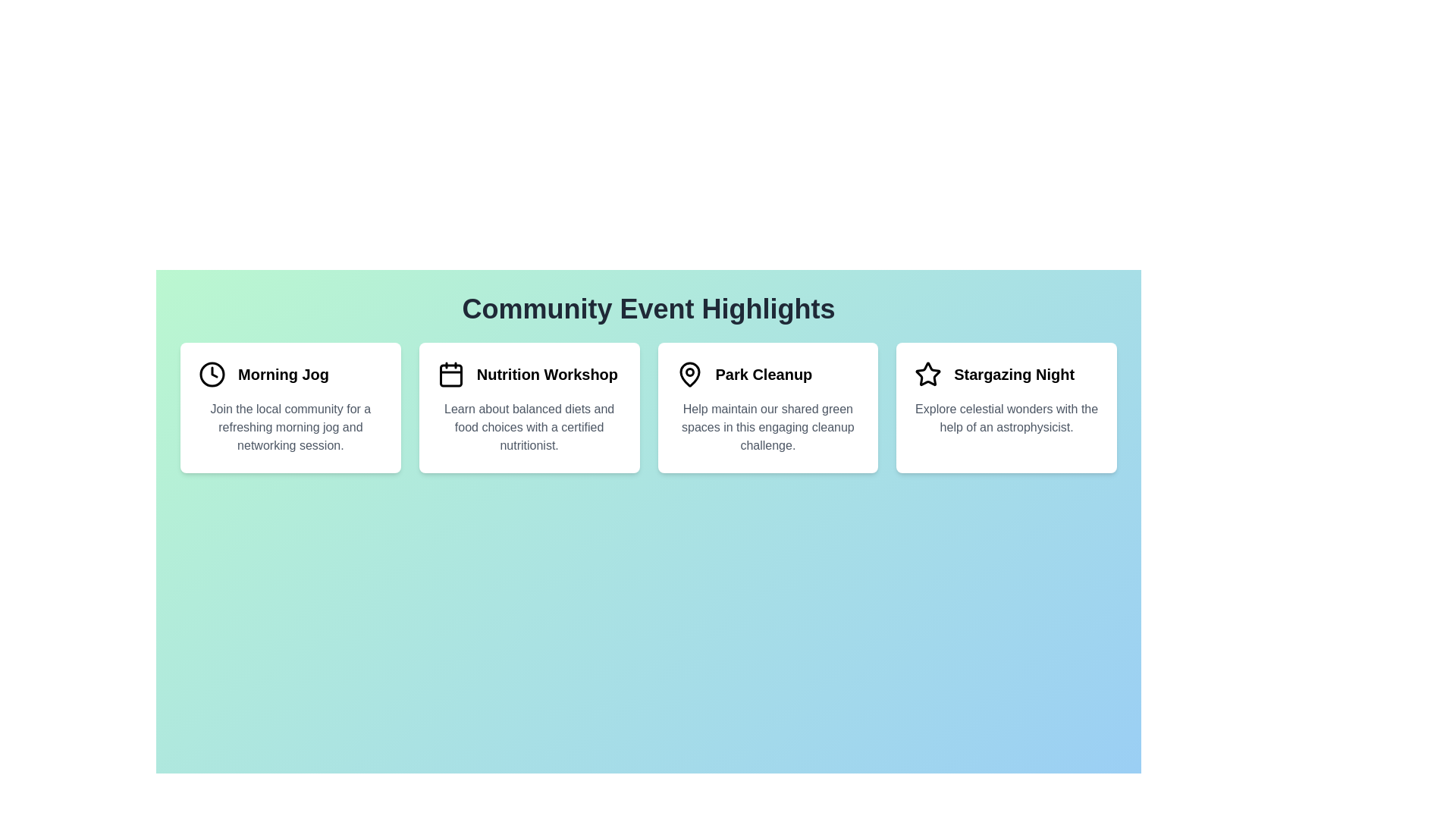  What do you see at coordinates (450, 374) in the screenshot?
I see `the calendar icon located at the upper-left corner of the 'Nutrition Workshop' event card, which features a square outline with rounded corners and two vertical bars resembling calendar tabs` at bounding box center [450, 374].